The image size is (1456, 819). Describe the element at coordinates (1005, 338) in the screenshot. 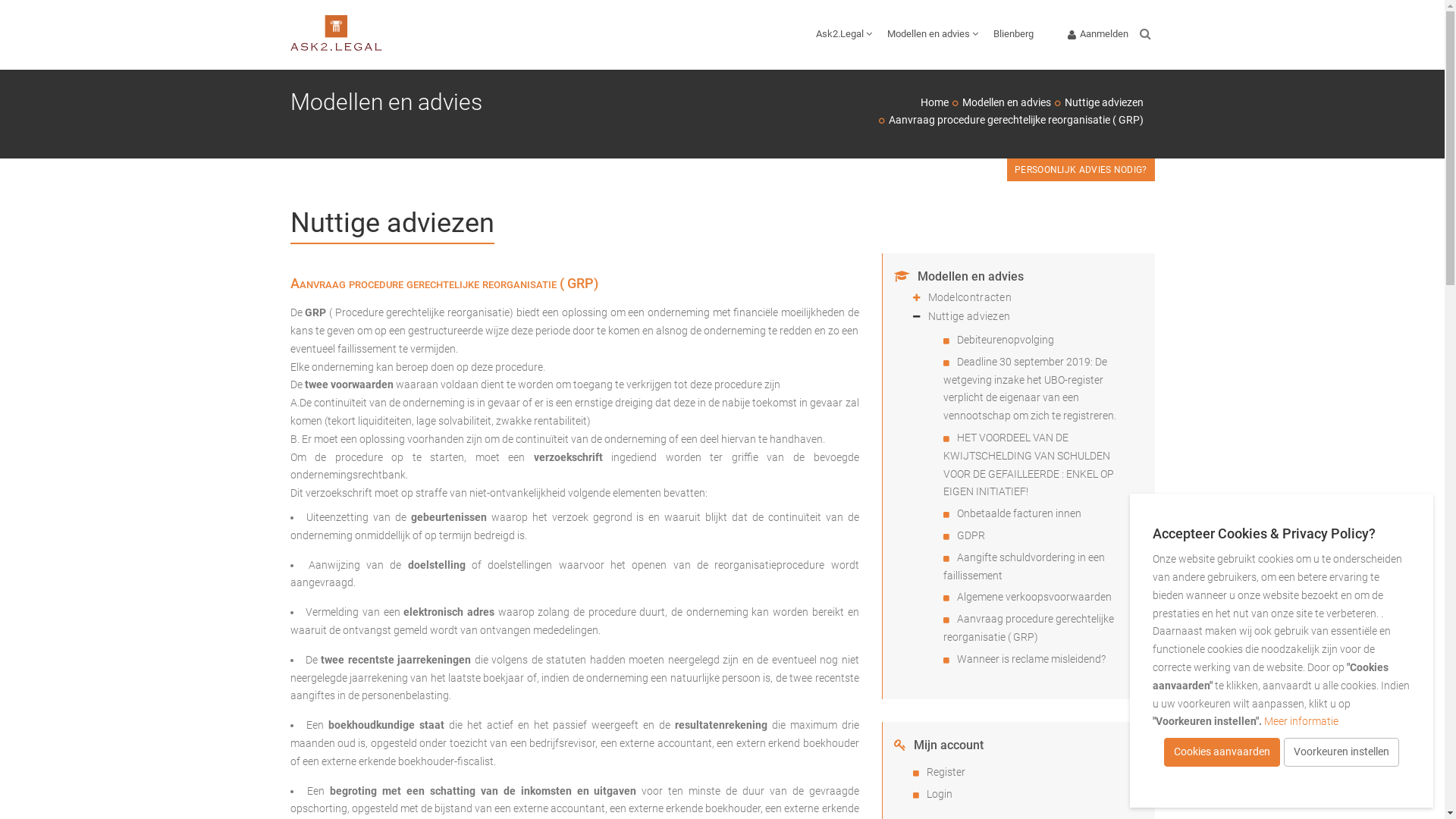

I see `'Debiteurenopvolging'` at that location.